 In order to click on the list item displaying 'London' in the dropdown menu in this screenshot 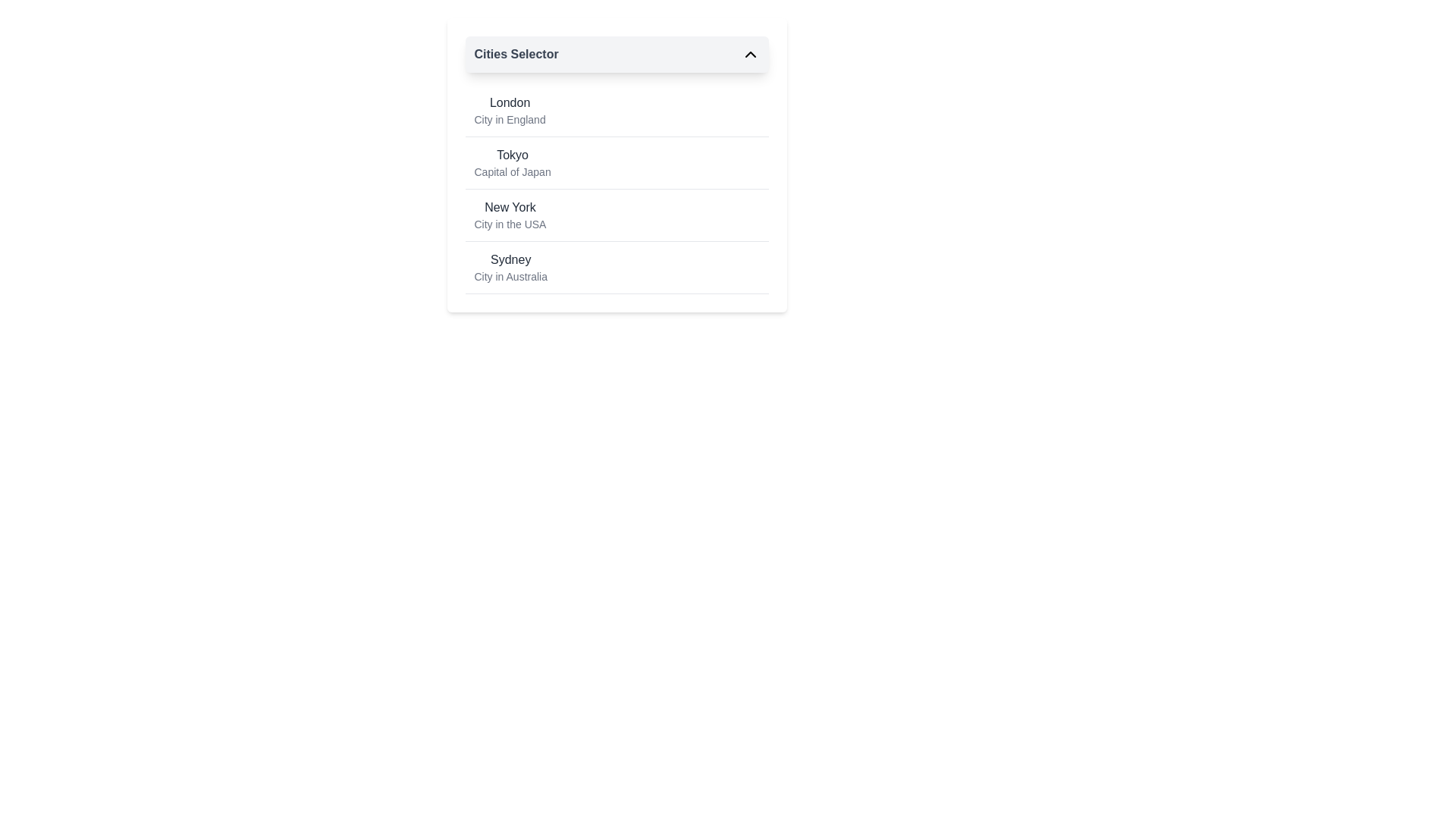, I will do `click(510, 110)`.